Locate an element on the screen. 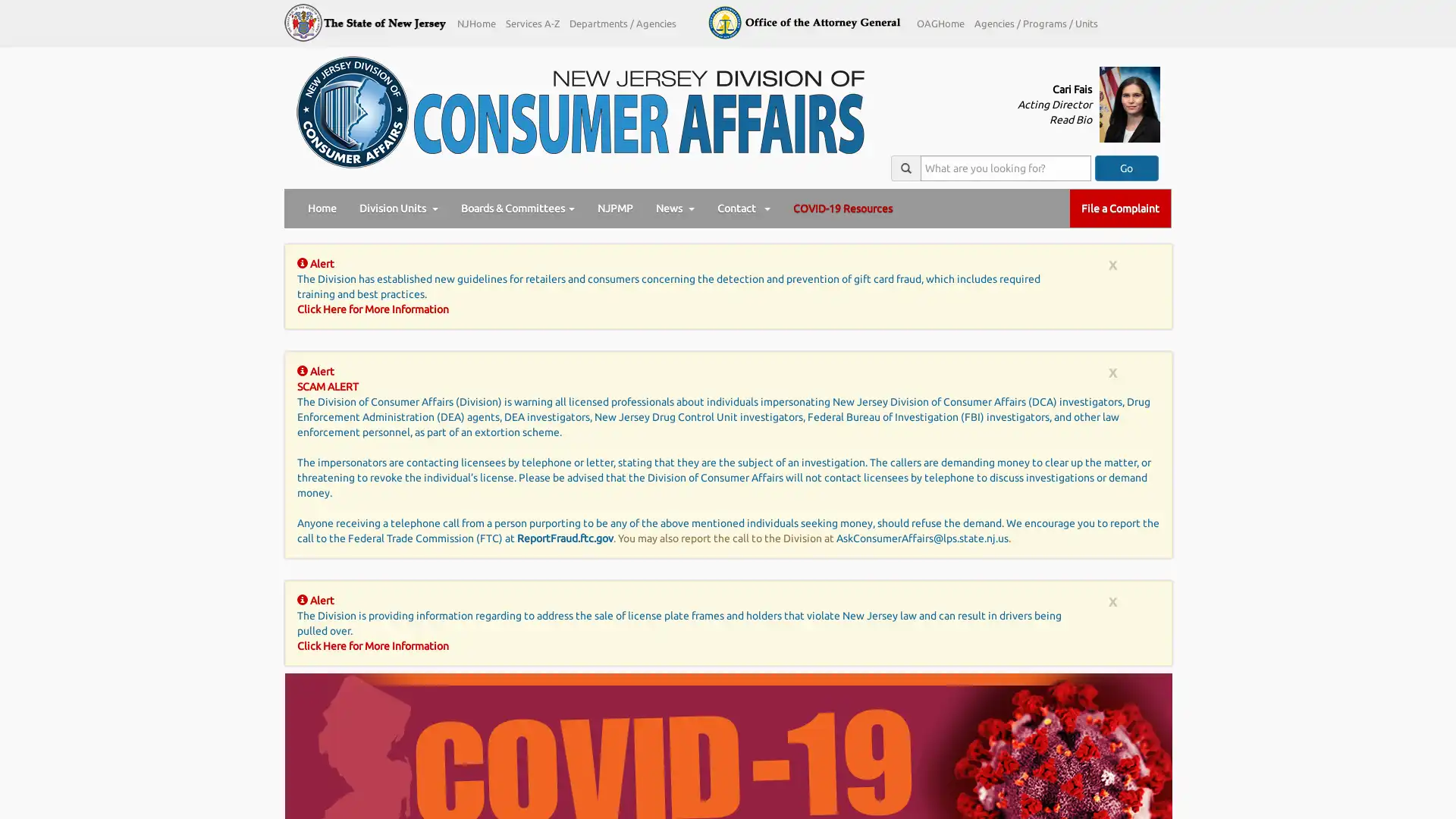 The height and width of the screenshot is (819, 1456). x is located at coordinates (1112, 263).